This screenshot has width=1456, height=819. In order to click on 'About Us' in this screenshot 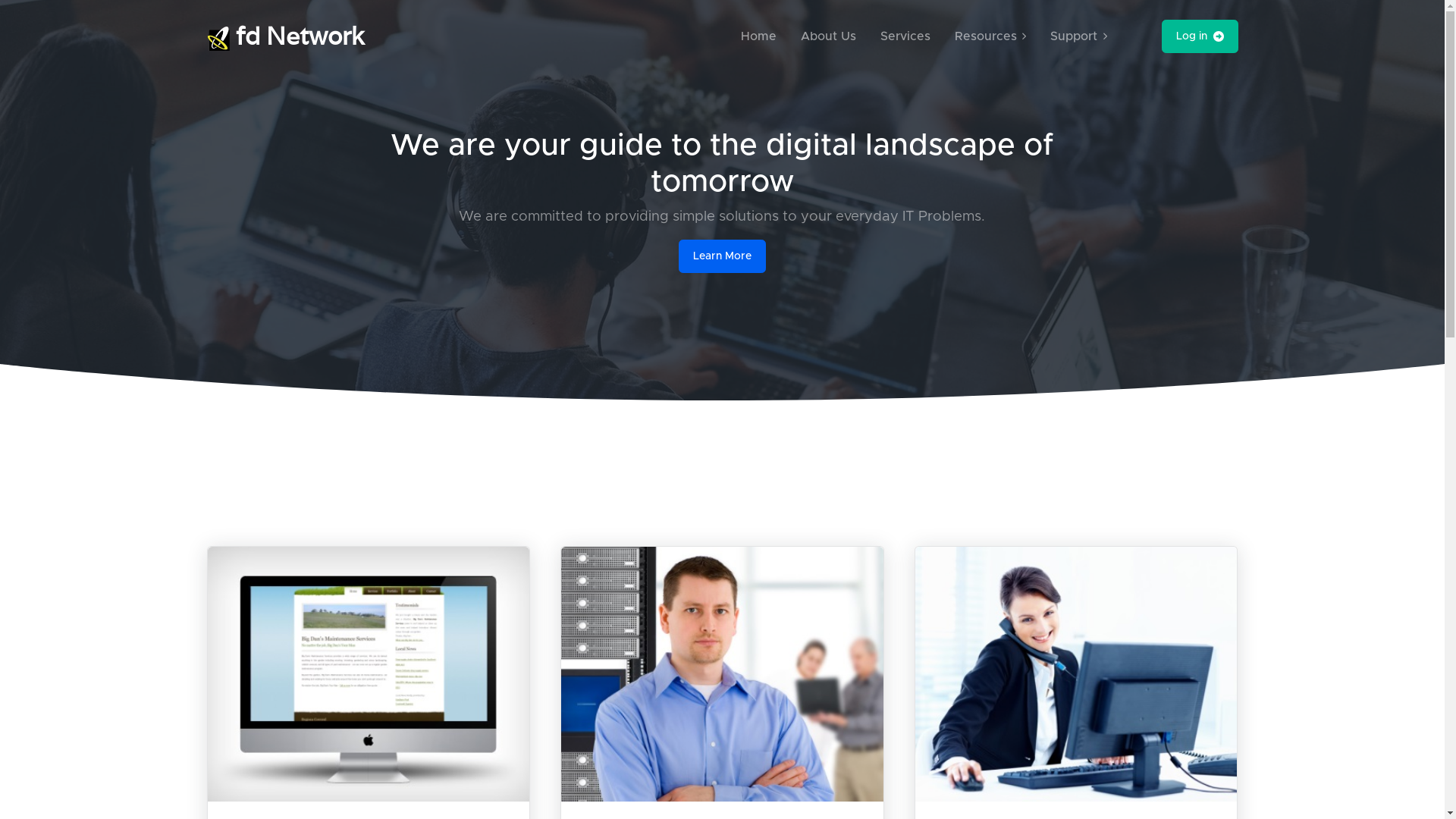, I will do `click(827, 35)`.